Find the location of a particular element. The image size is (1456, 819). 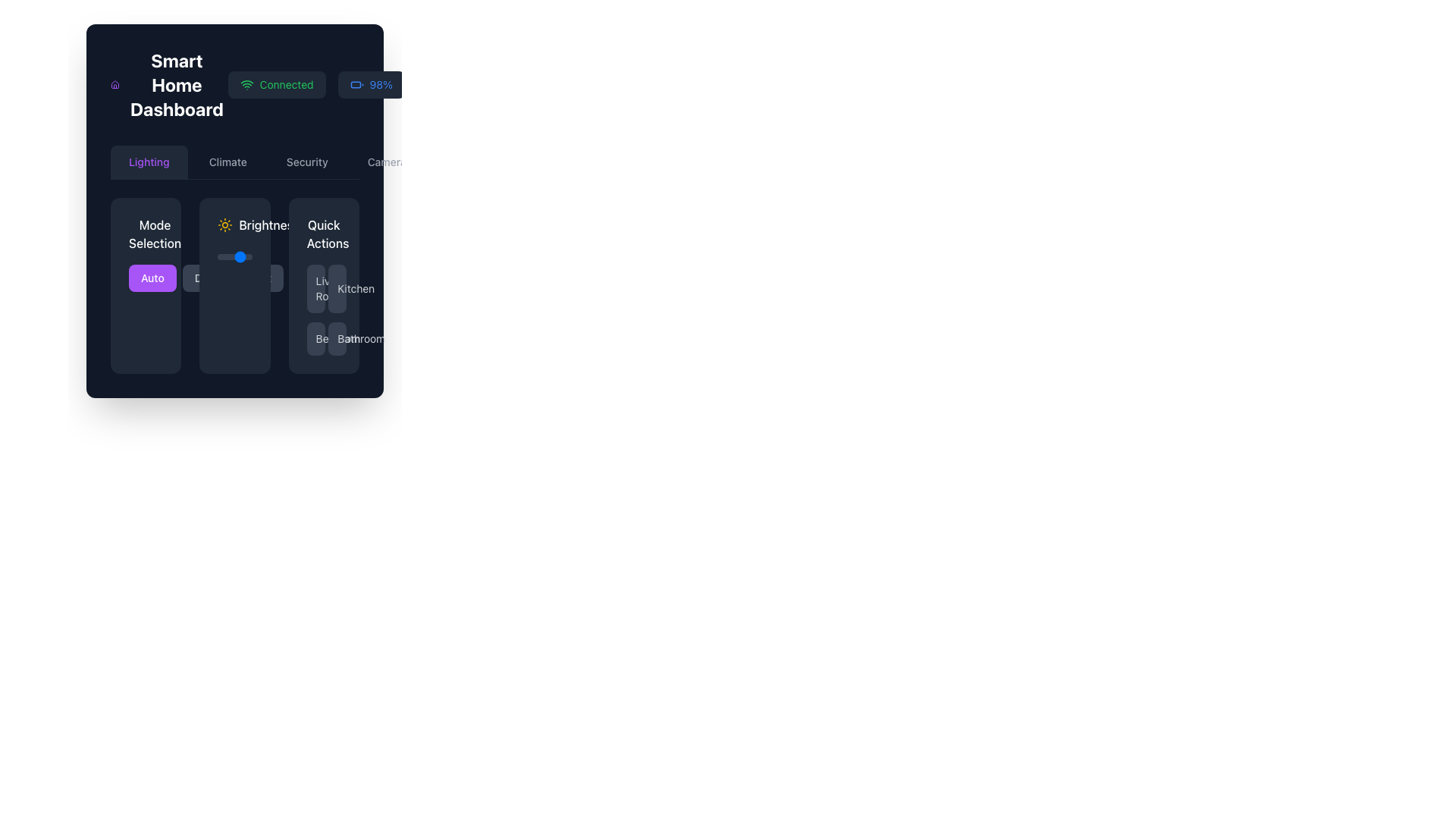

the blue-colored battery icon displaying '98%' located in the top-right corner of the interface, next to the green 'Connected' label is located at coordinates (371, 84).